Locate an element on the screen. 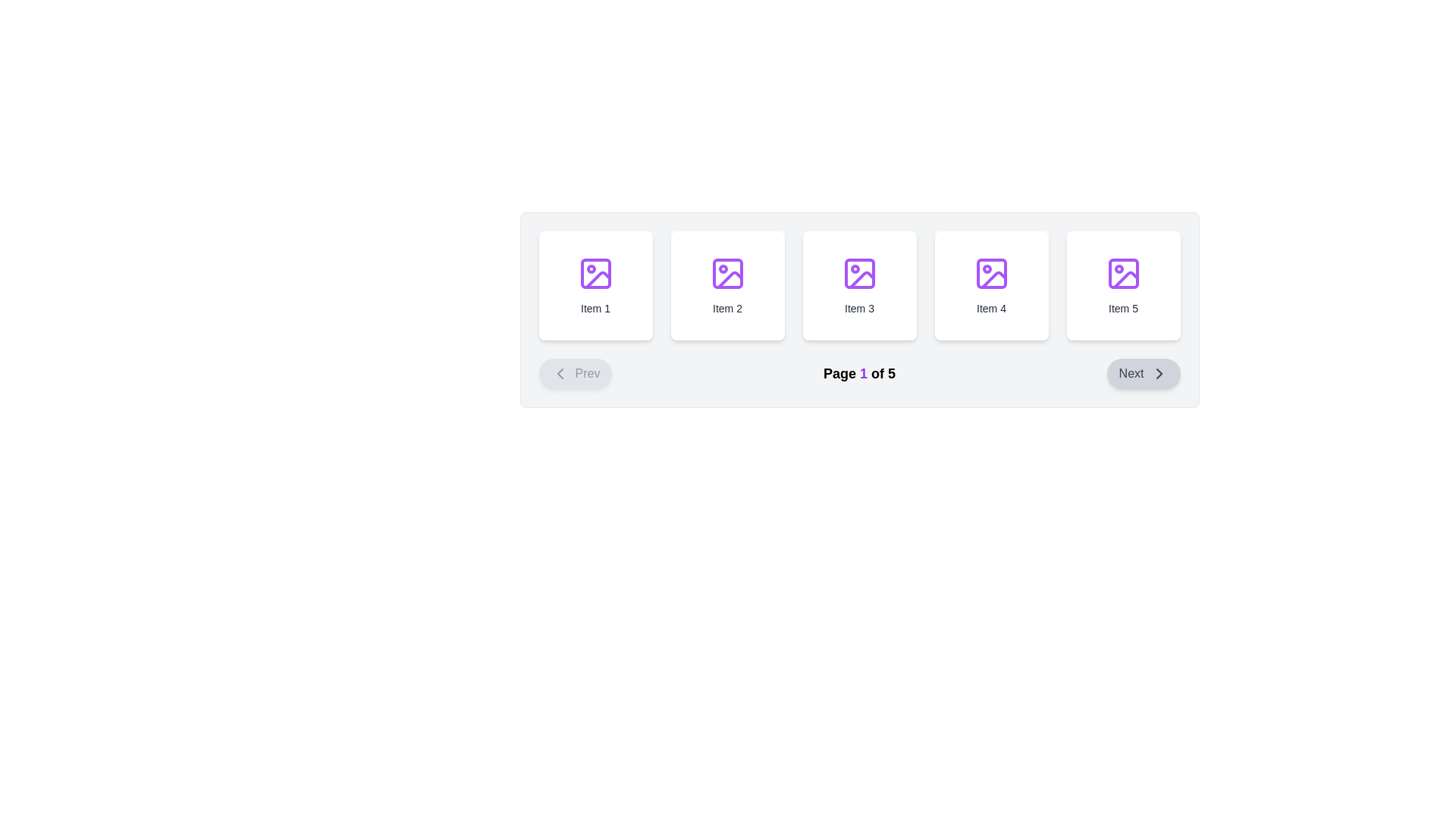 Image resolution: width=1456 pixels, height=819 pixels. the graphical shape that is part of the fifth icon labeled 'Item 5', located at the rightmost position of a horizontally aligned list of icons is located at coordinates (1123, 274).